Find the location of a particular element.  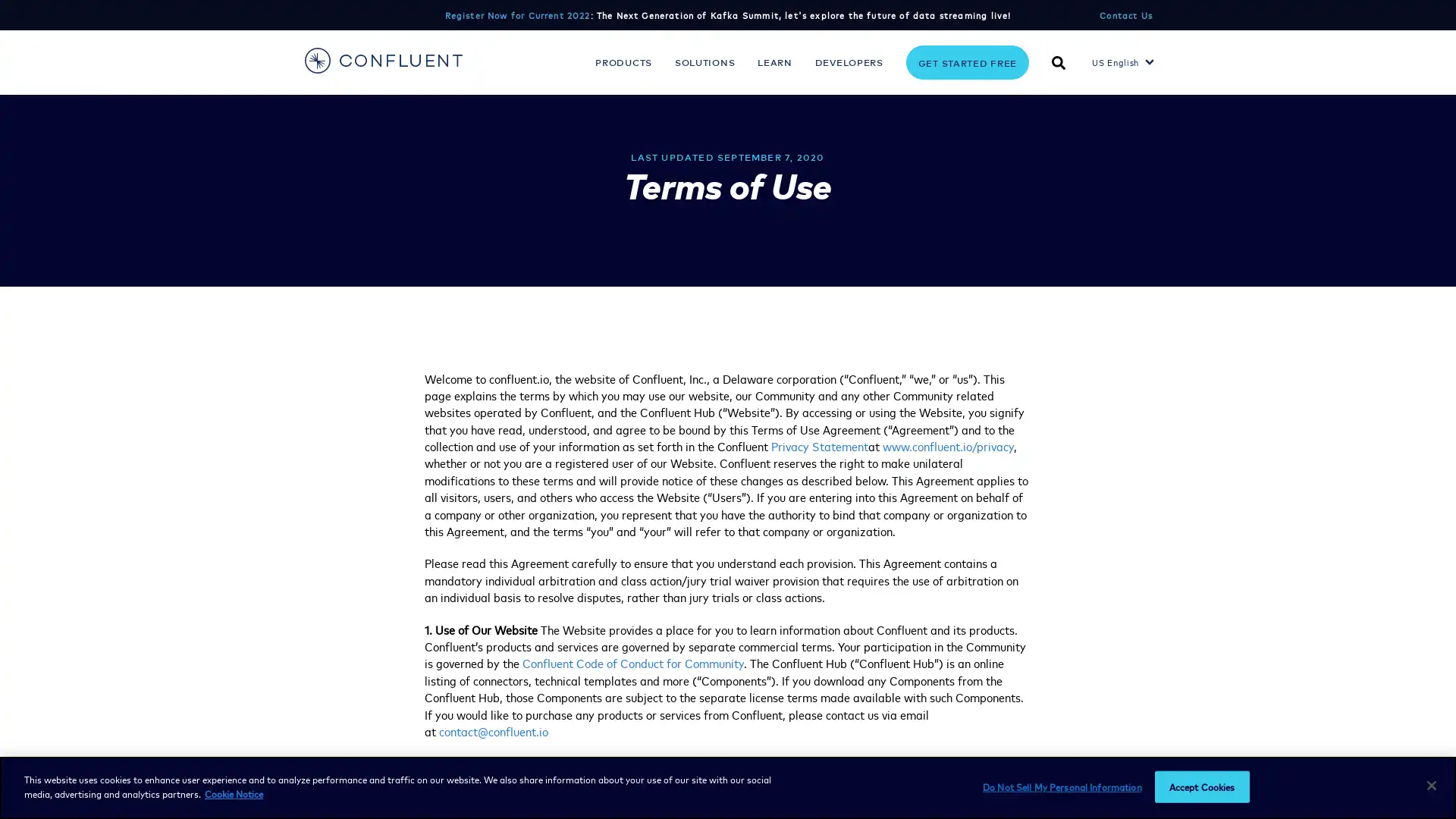

Close is located at coordinates (1430, 784).